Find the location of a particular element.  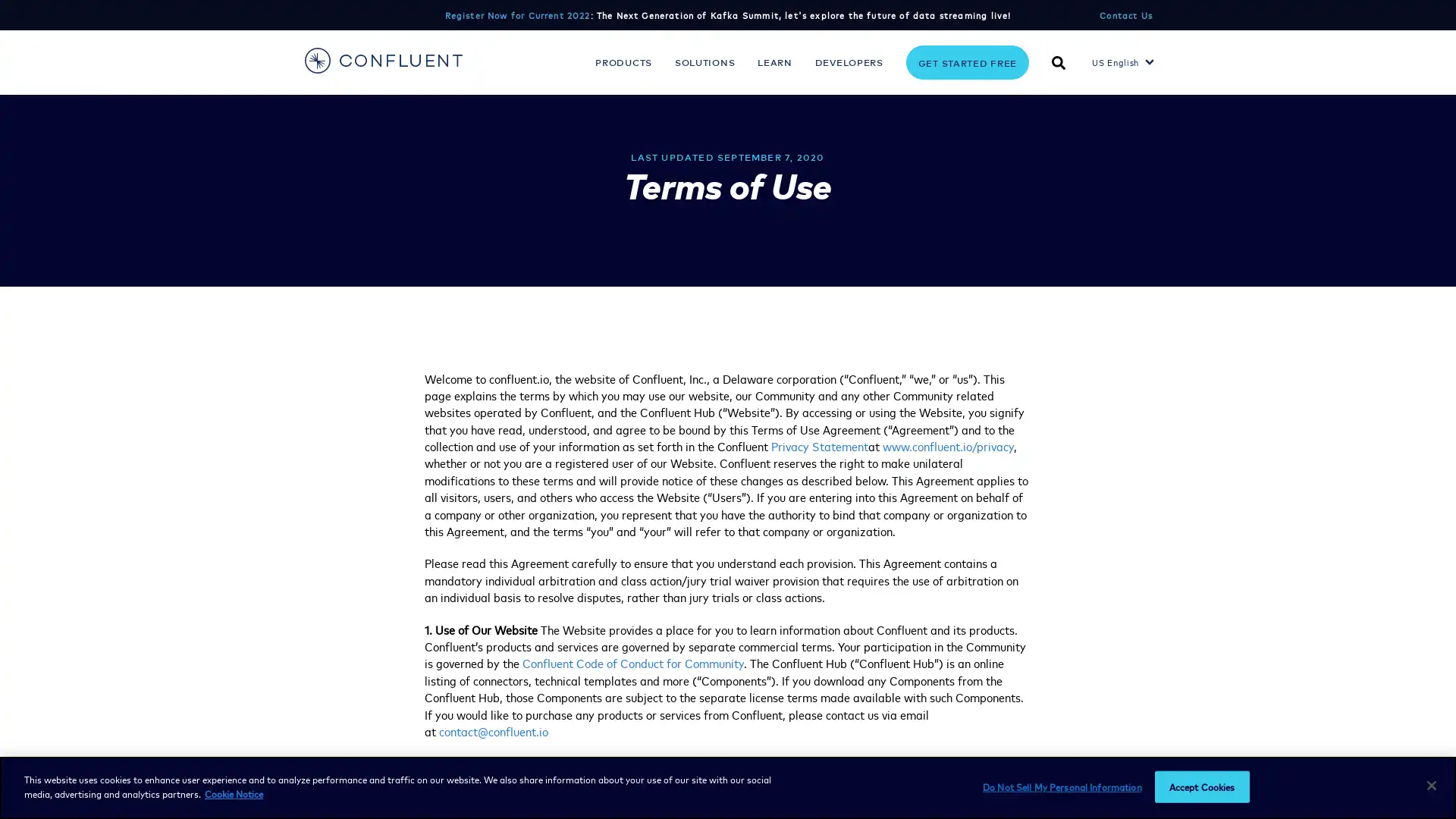

Close is located at coordinates (1430, 784).